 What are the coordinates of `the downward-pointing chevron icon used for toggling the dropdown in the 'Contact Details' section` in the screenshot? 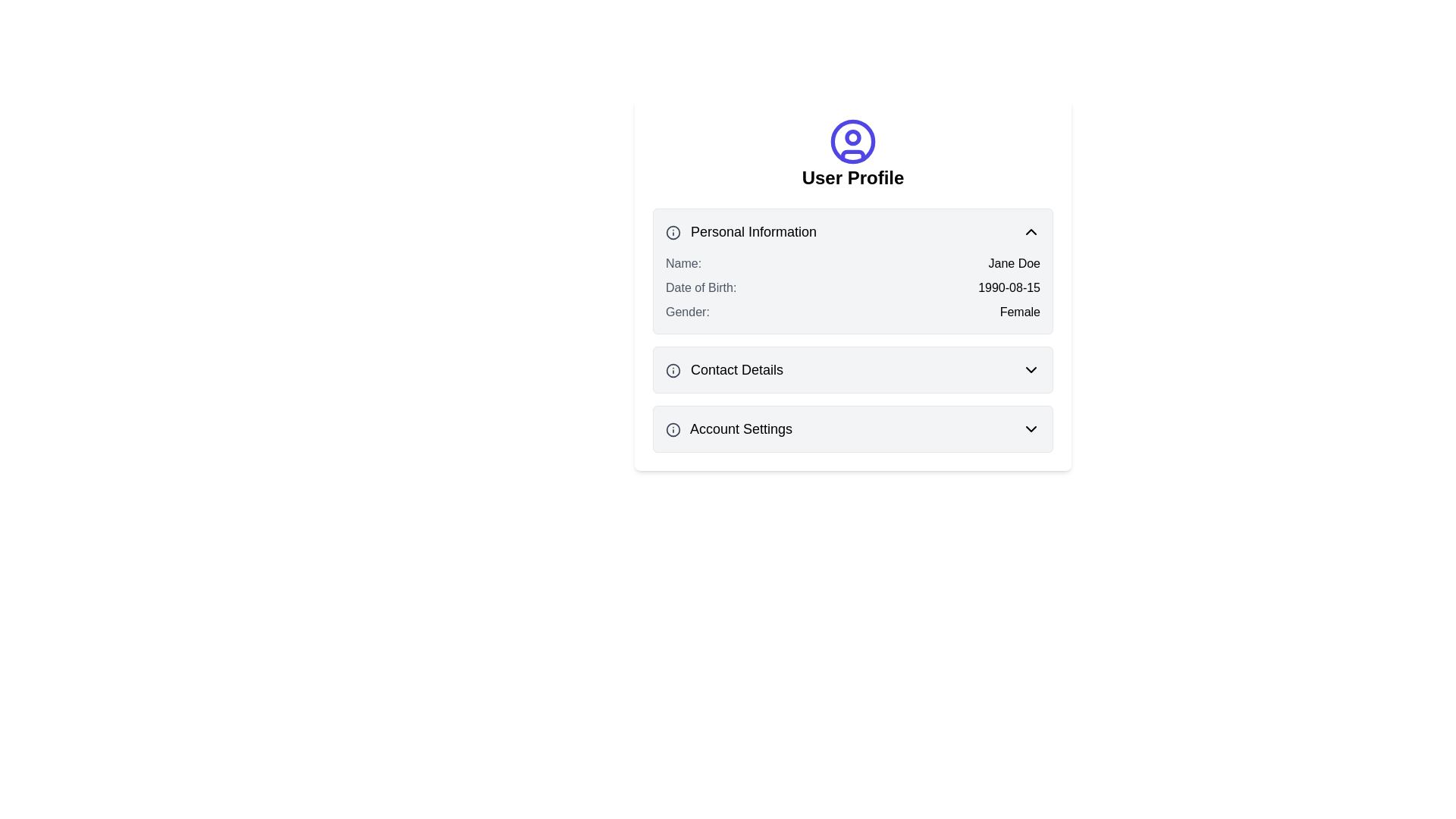 It's located at (1031, 370).